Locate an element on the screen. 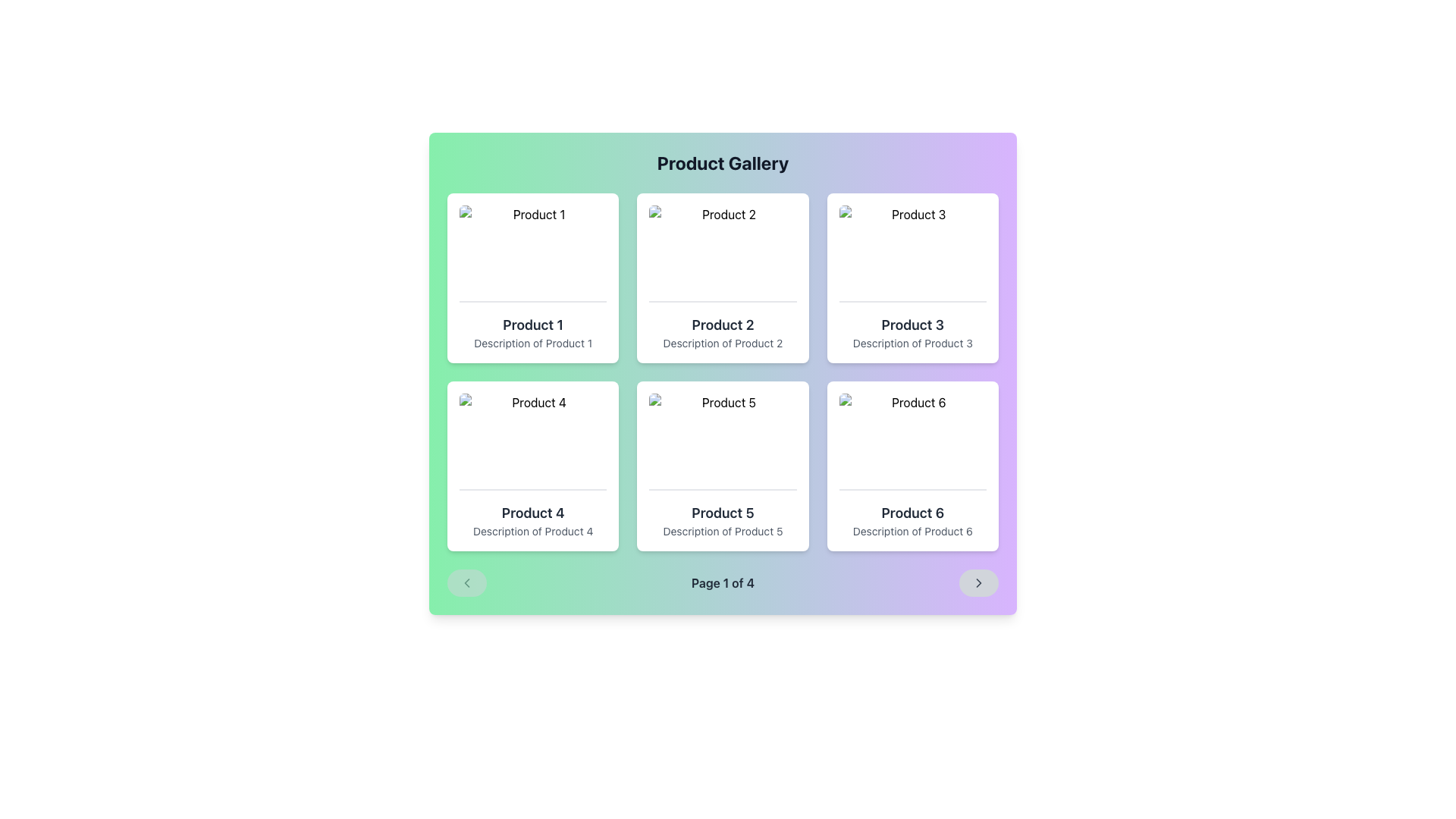 The height and width of the screenshot is (819, 1456). the fourth product card in the 3x2 grid layout, located in the leftmost column of the second row, displaying information about a specific product is located at coordinates (533, 465).